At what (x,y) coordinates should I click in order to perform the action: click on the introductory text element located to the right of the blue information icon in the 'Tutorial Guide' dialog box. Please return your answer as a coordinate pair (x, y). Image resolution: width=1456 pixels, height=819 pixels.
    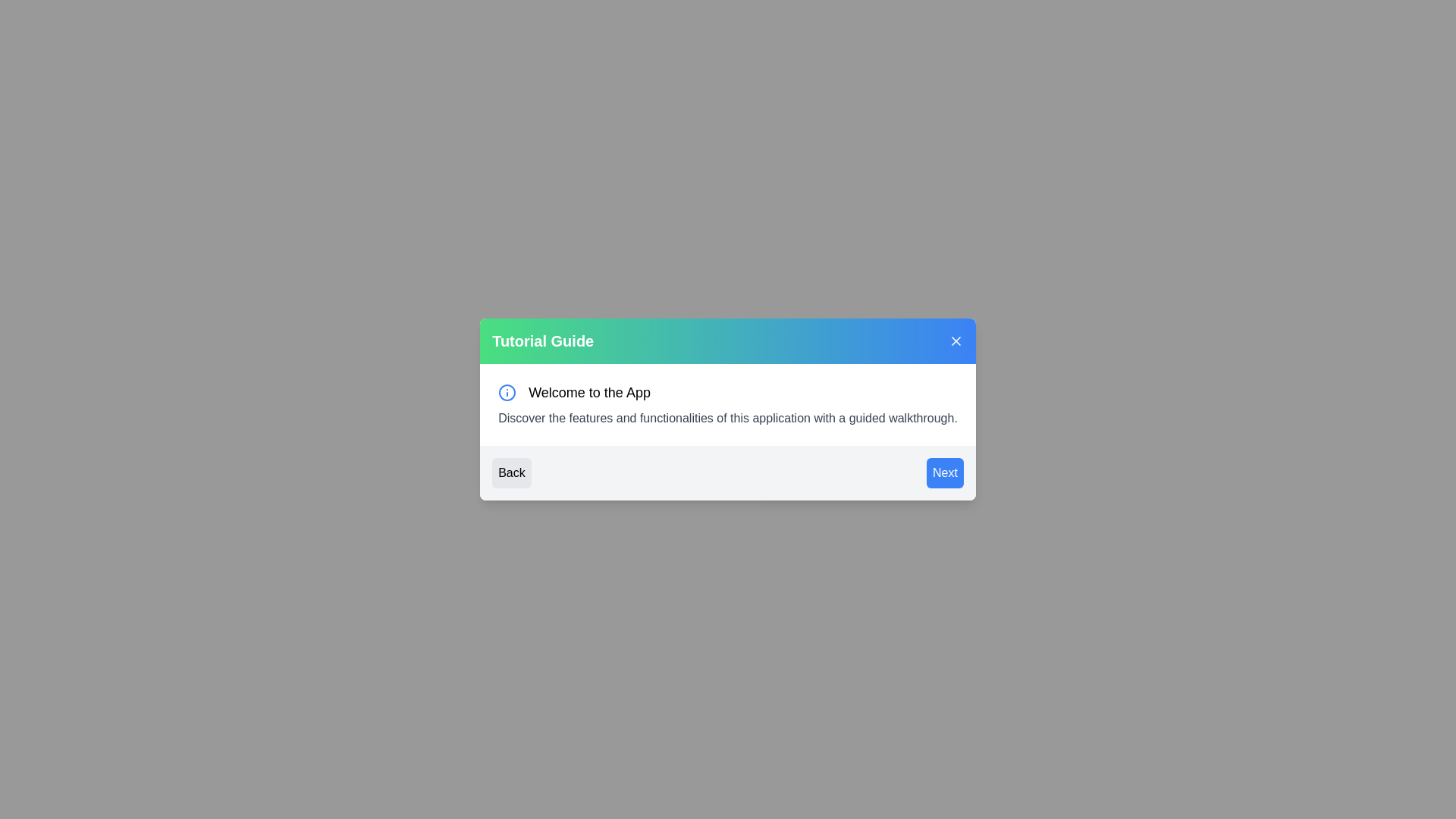
    Looking at the image, I should click on (588, 391).